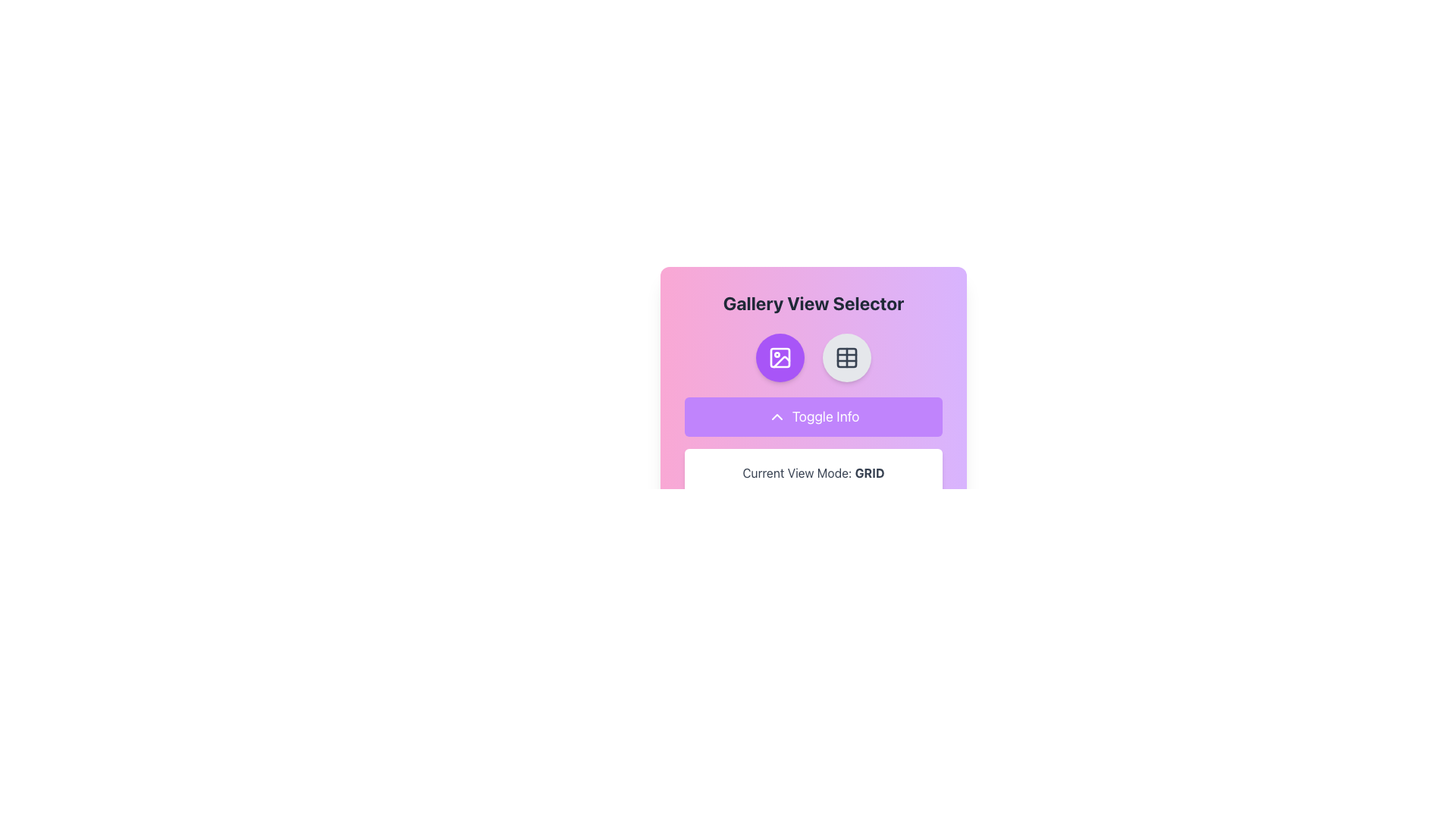 Image resolution: width=1456 pixels, height=819 pixels. What do you see at coordinates (780, 357) in the screenshot?
I see `the first rounded button with a purple background and a white image icon, located below the 'Gallery View Selector' label` at bounding box center [780, 357].